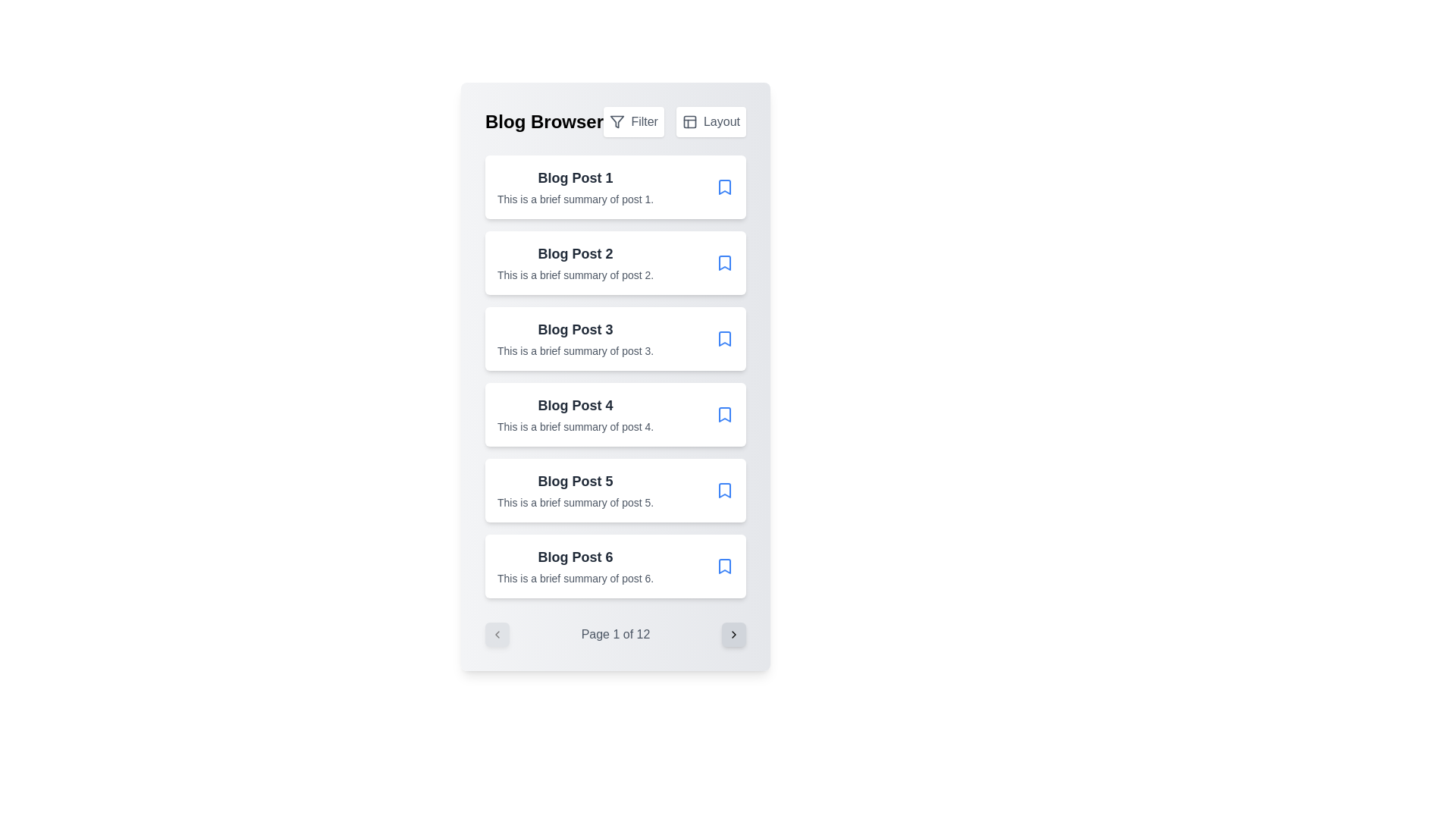 This screenshot has width=1456, height=819. What do you see at coordinates (723, 491) in the screenshot?
I see `the blue outlined bookmark icon button located at the far right of the 'Blog Post 5' section` at bounding box center [723, 491].